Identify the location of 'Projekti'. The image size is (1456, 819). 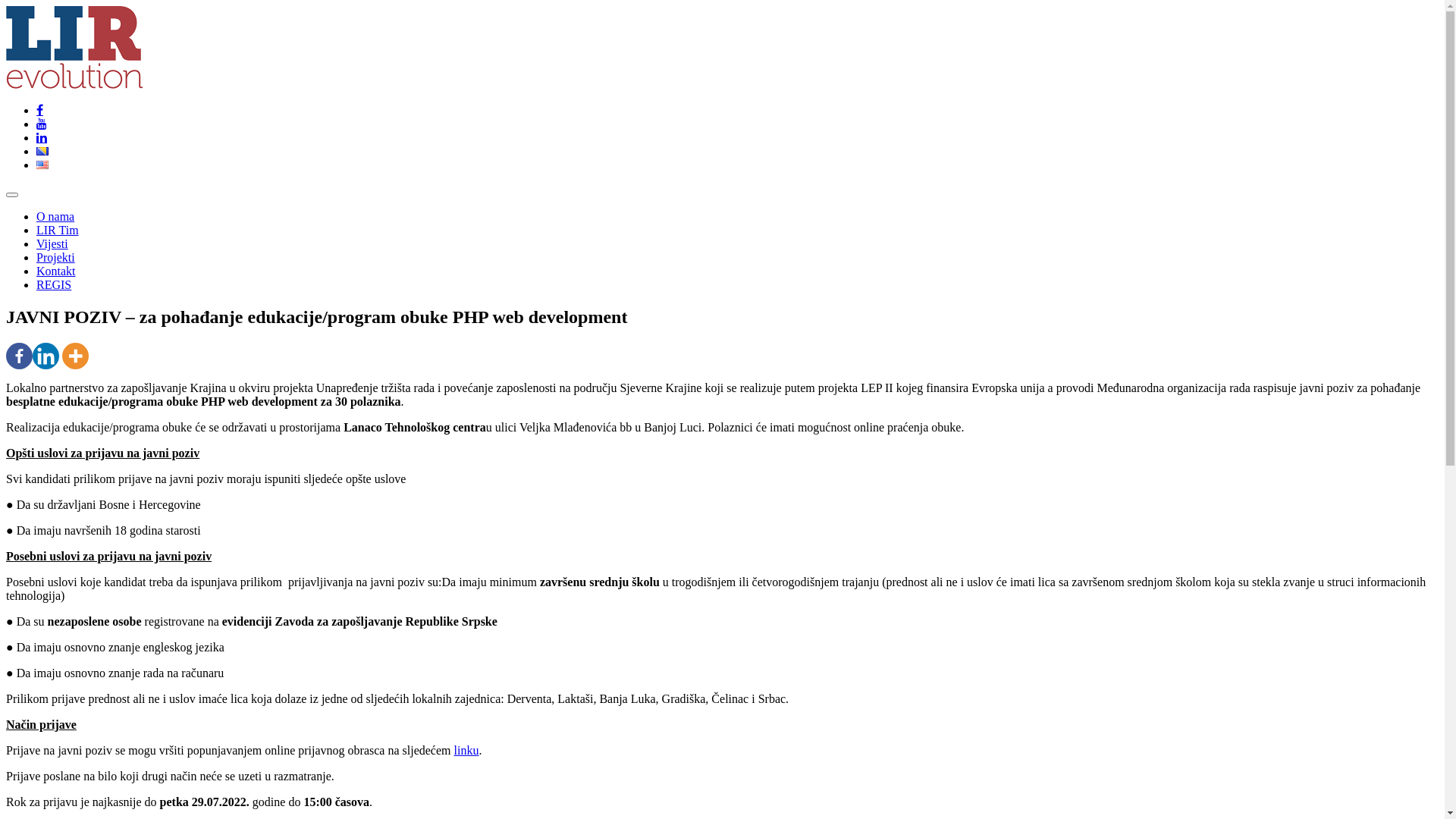
(55, 256).